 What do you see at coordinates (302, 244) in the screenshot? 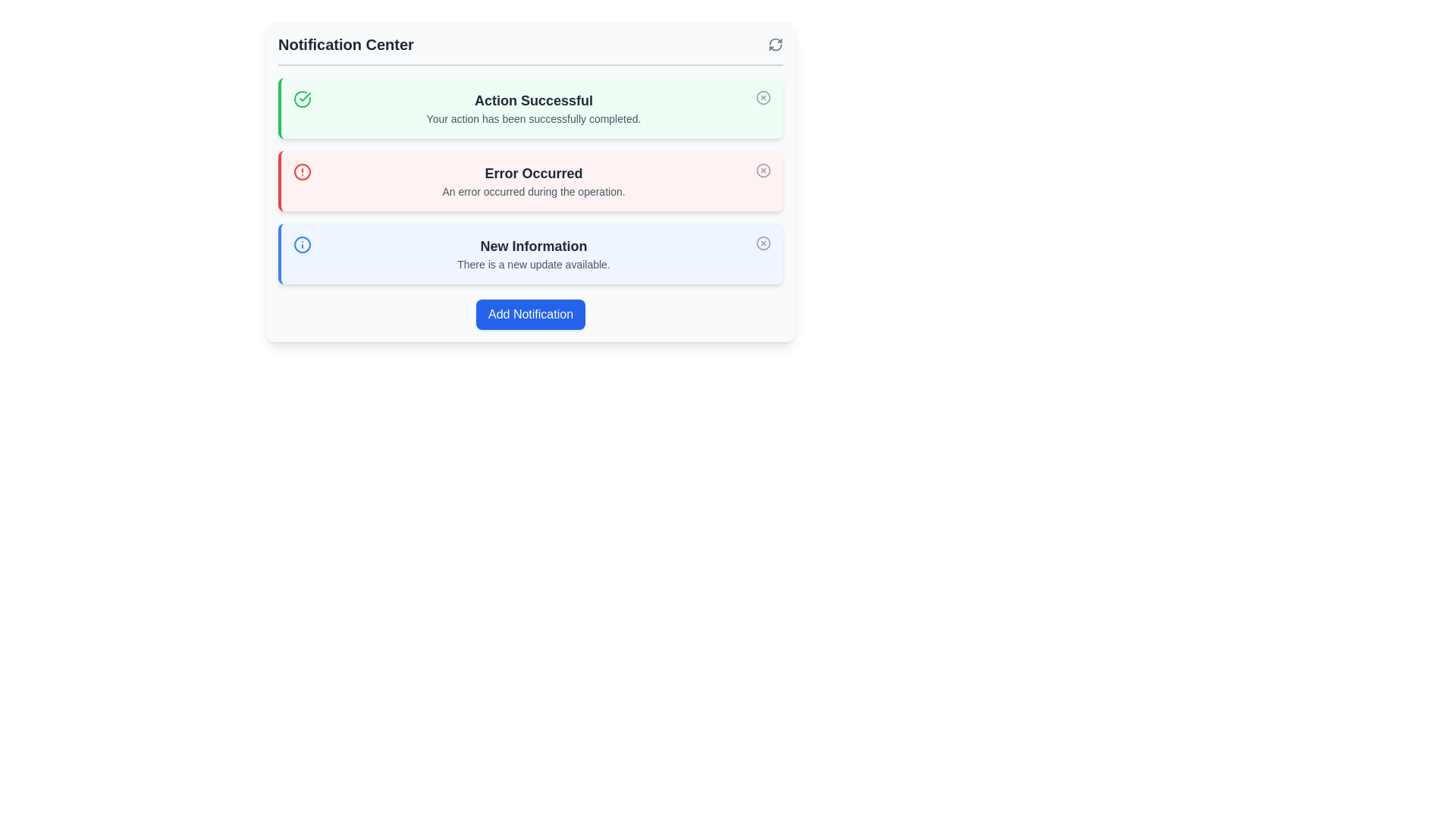
I see `the icon that indicates new information or updates, located at the leftmost side of the third notification box labeled 'New Information' in the notification center` at bounding box center [302, 244].